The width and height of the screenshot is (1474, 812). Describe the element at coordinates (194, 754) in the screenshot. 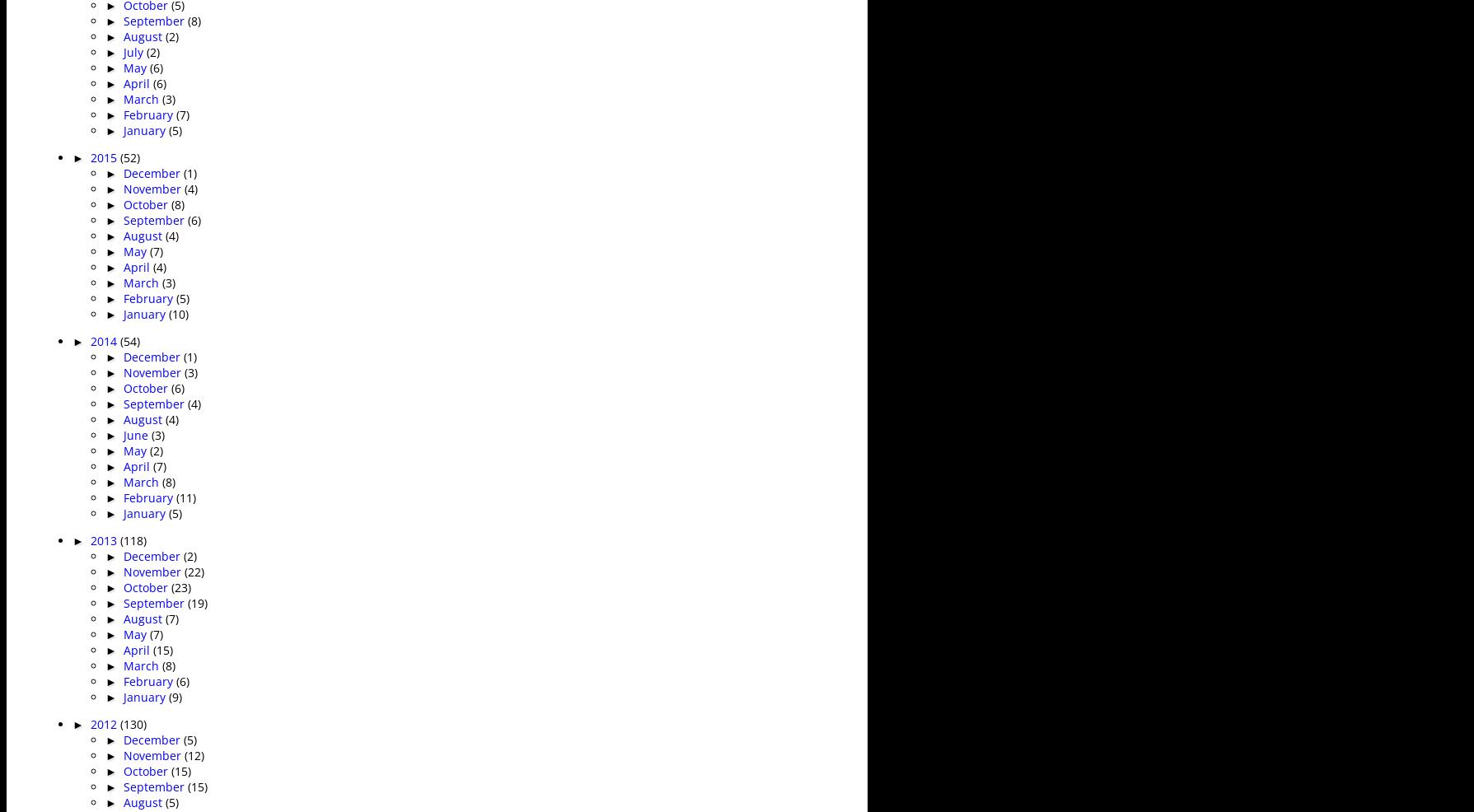

I see `'(12)'` at that location.